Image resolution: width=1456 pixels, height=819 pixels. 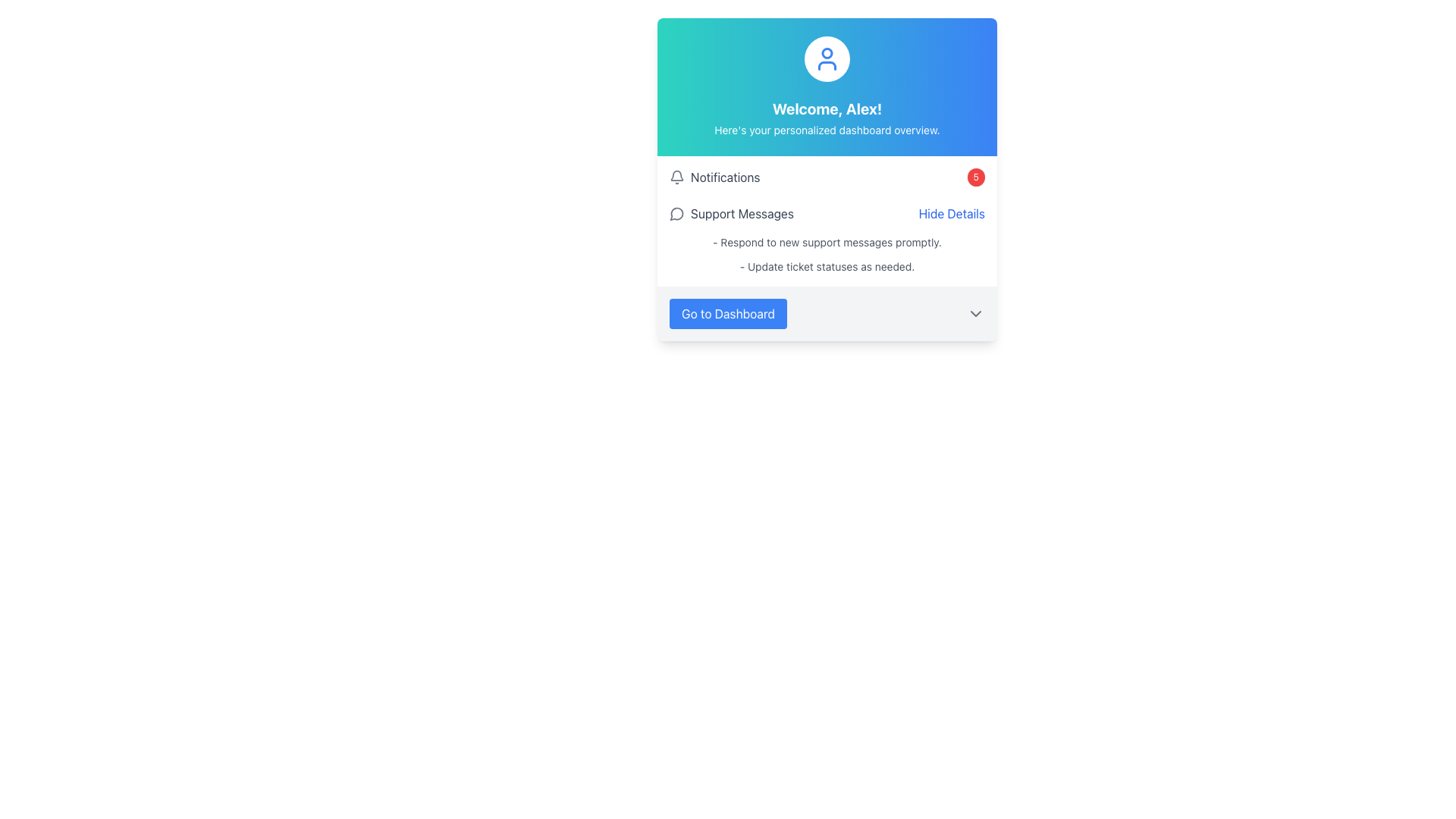 What do you see at coordinates (676, 177) in the screenshot?
I see `the bell icon located to the left of the 'Notifications' label in the dashboard interface to indicate the presence of notifications` at bounding box center [676, 177].